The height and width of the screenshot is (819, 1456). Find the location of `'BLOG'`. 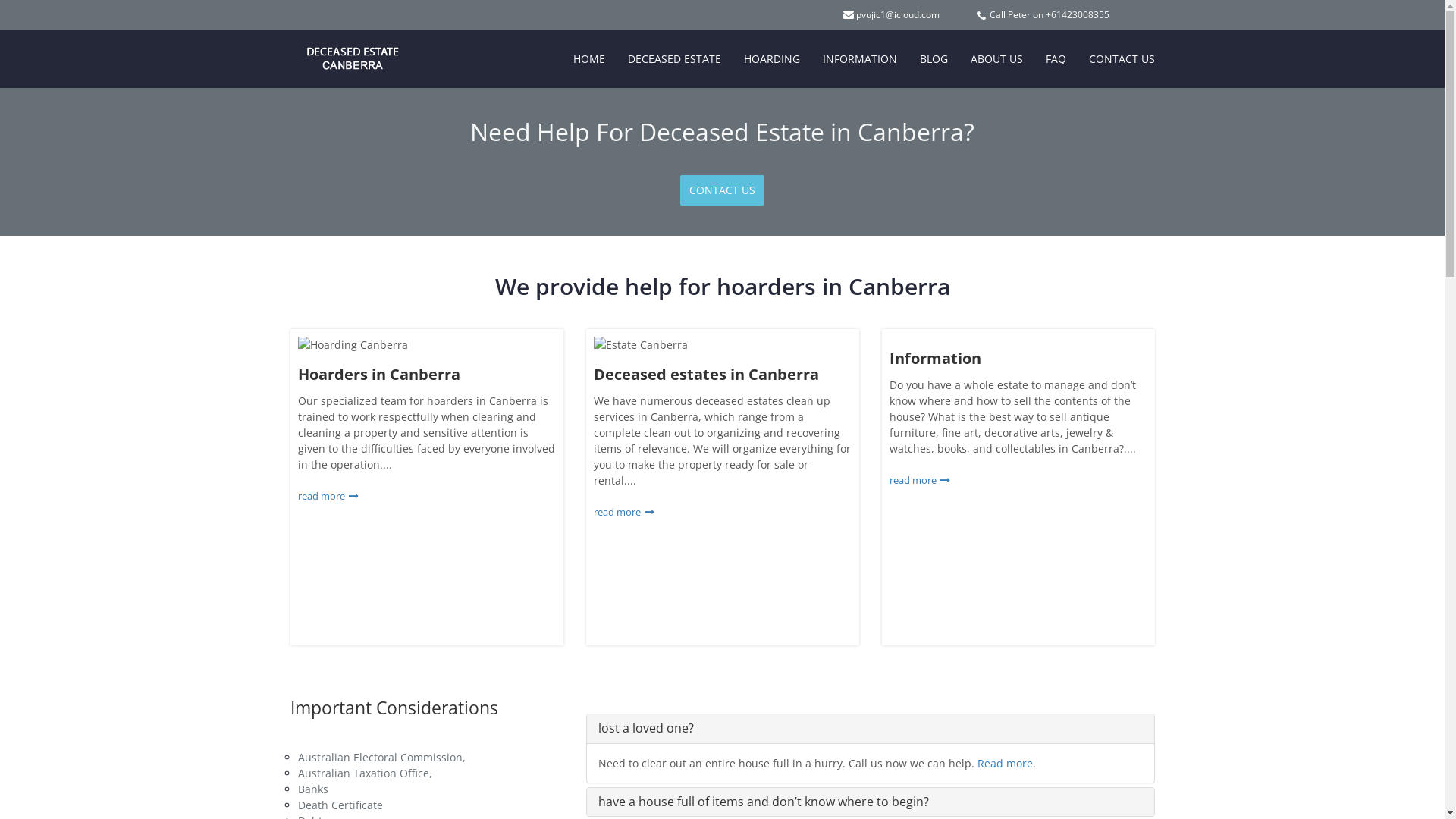

'BLOG' is located at coordinates (933, 58).